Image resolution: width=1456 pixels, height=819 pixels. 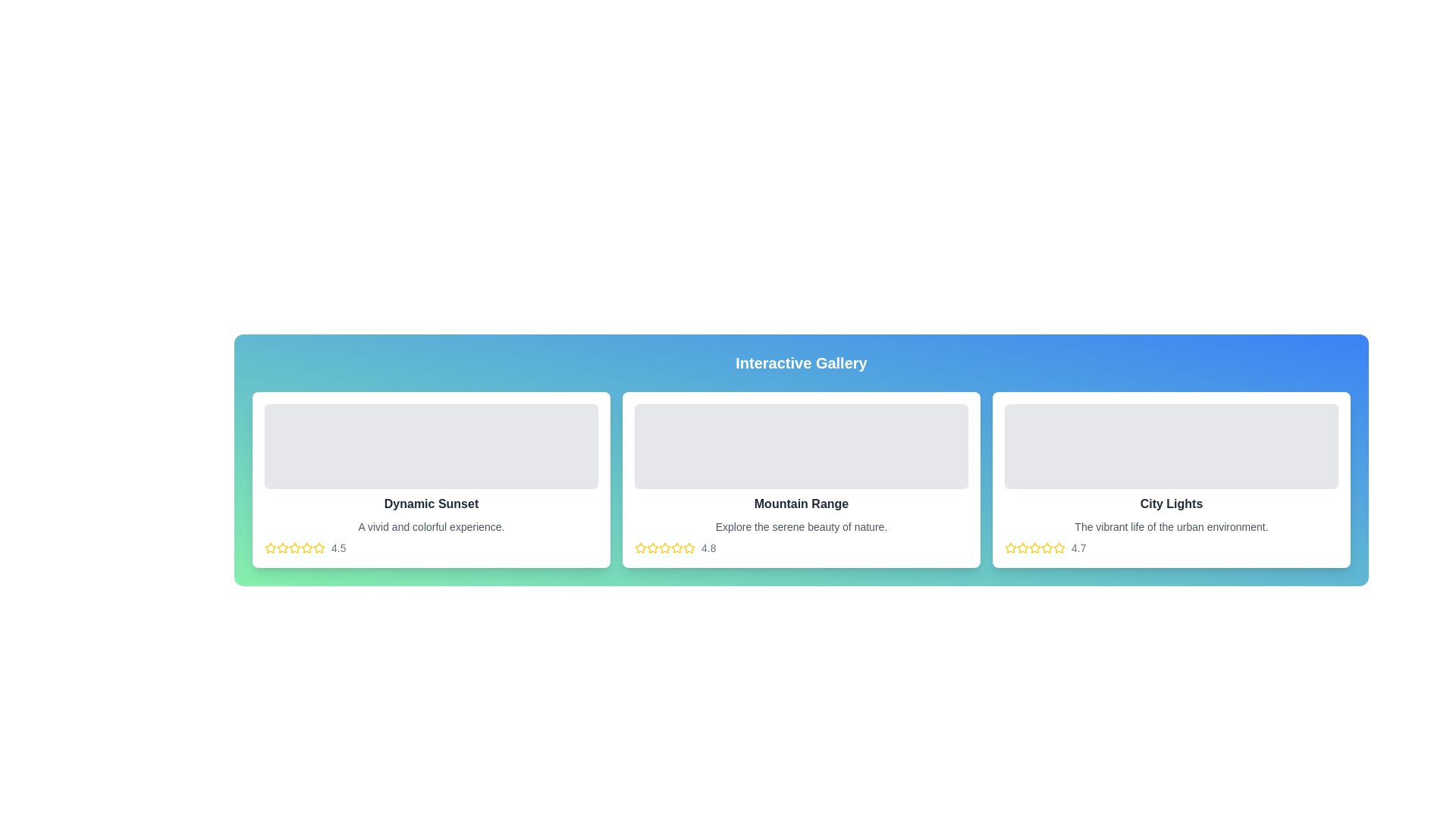 What do you see at coordinates (1011, 548) in the screenshot?
I see `the first yellow star icon in the rating sequence below the 'City Lights' card to provide visual feedback` at bounding box center [1011, 548].